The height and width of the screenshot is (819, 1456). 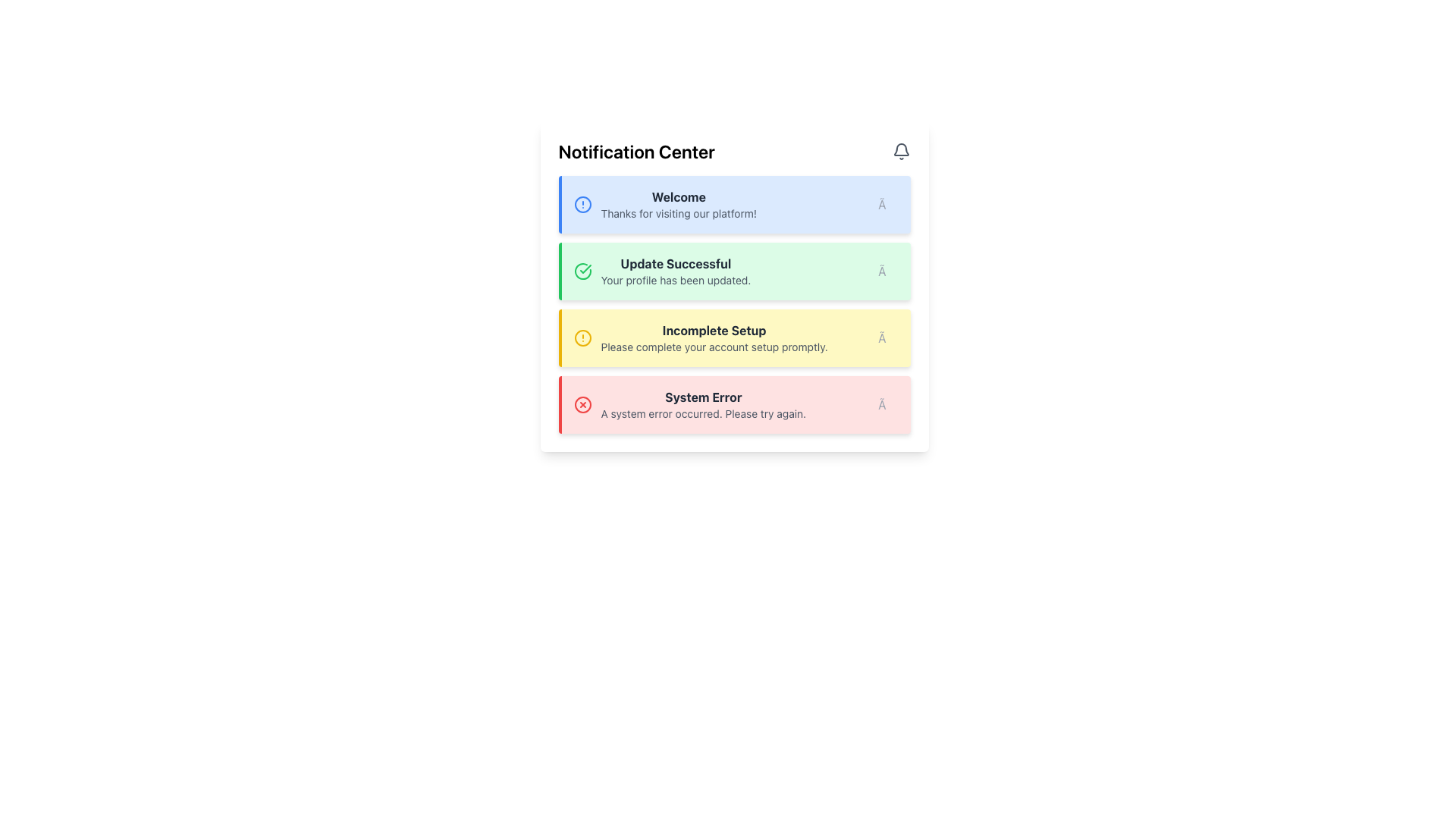 What do you see at coordinates (901, 152) in the screenshot?
I see `the bell-shaped icon with a simplistic, outlined design located to the far-right of the 'Notification Center' title` at bounding box center [901, 152].